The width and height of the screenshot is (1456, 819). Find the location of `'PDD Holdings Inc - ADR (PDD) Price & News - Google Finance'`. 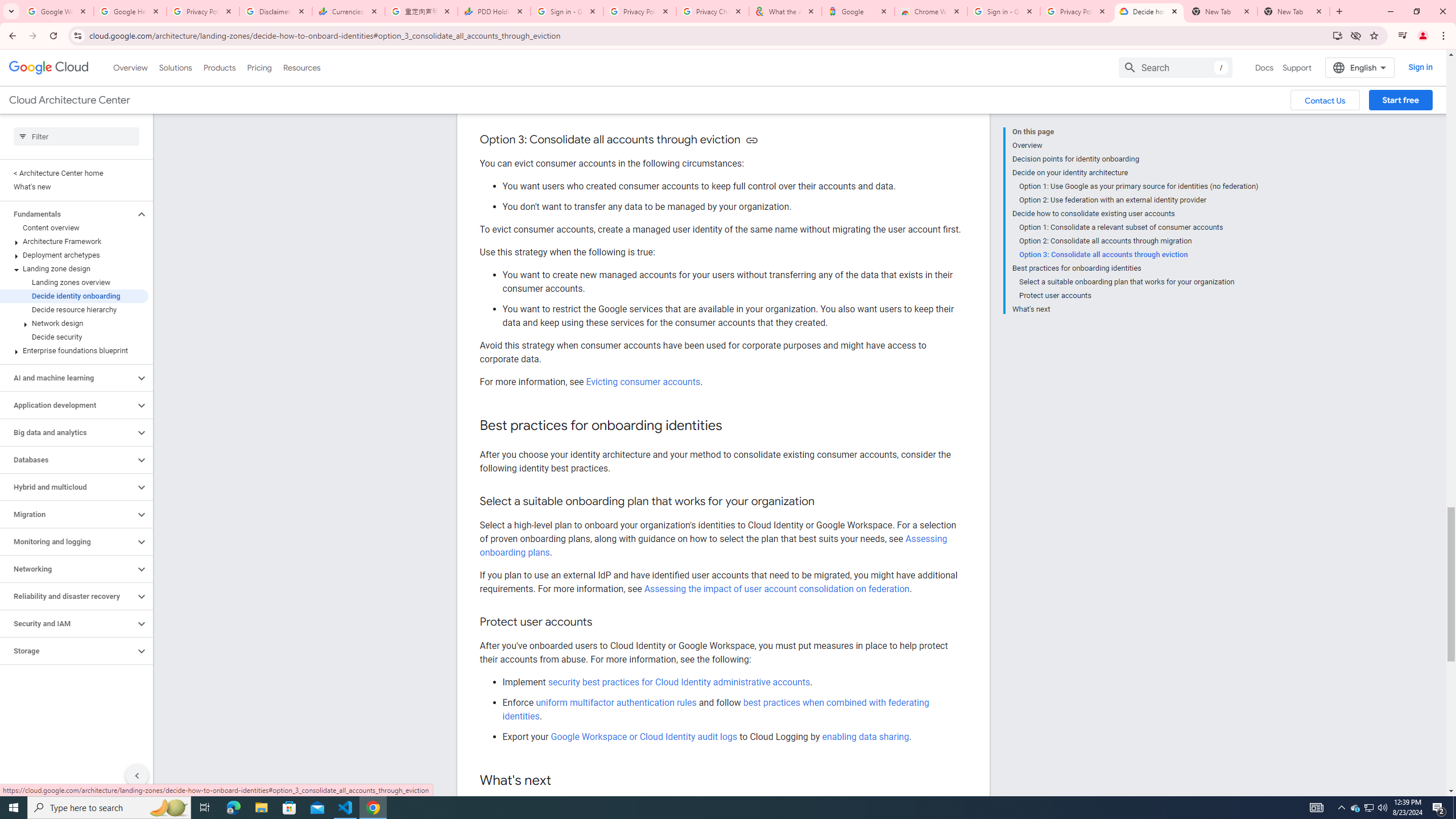

'PDD Holdings Inc - ADR (PDD) Price & News - Google Finance' is located at coordinates (494, 11).